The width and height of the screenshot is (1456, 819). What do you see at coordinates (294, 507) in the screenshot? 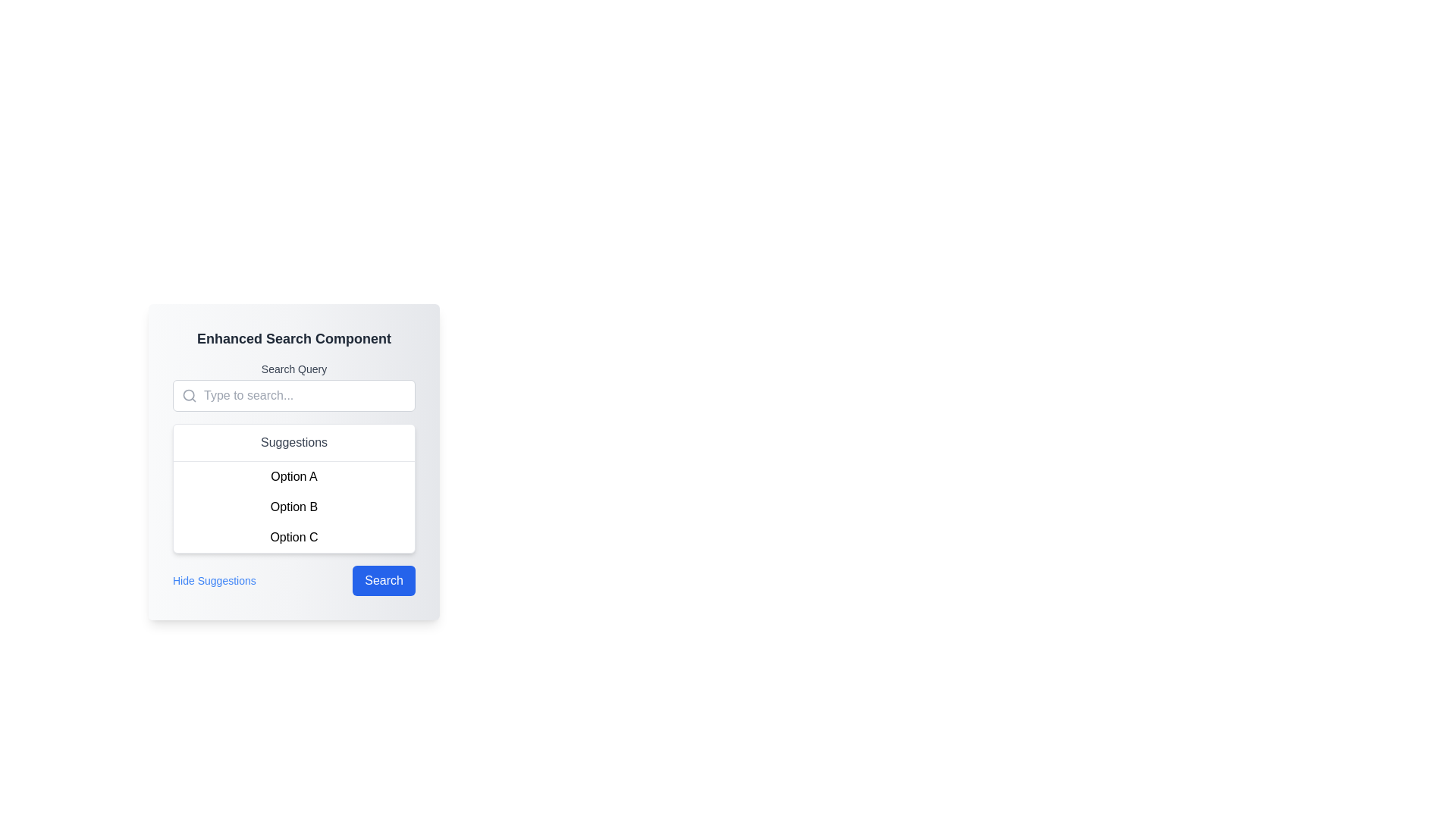
I see `the selectable list item labeled 'Option B' located under the 'Suggestions' section` at bounding box center [294, 507].